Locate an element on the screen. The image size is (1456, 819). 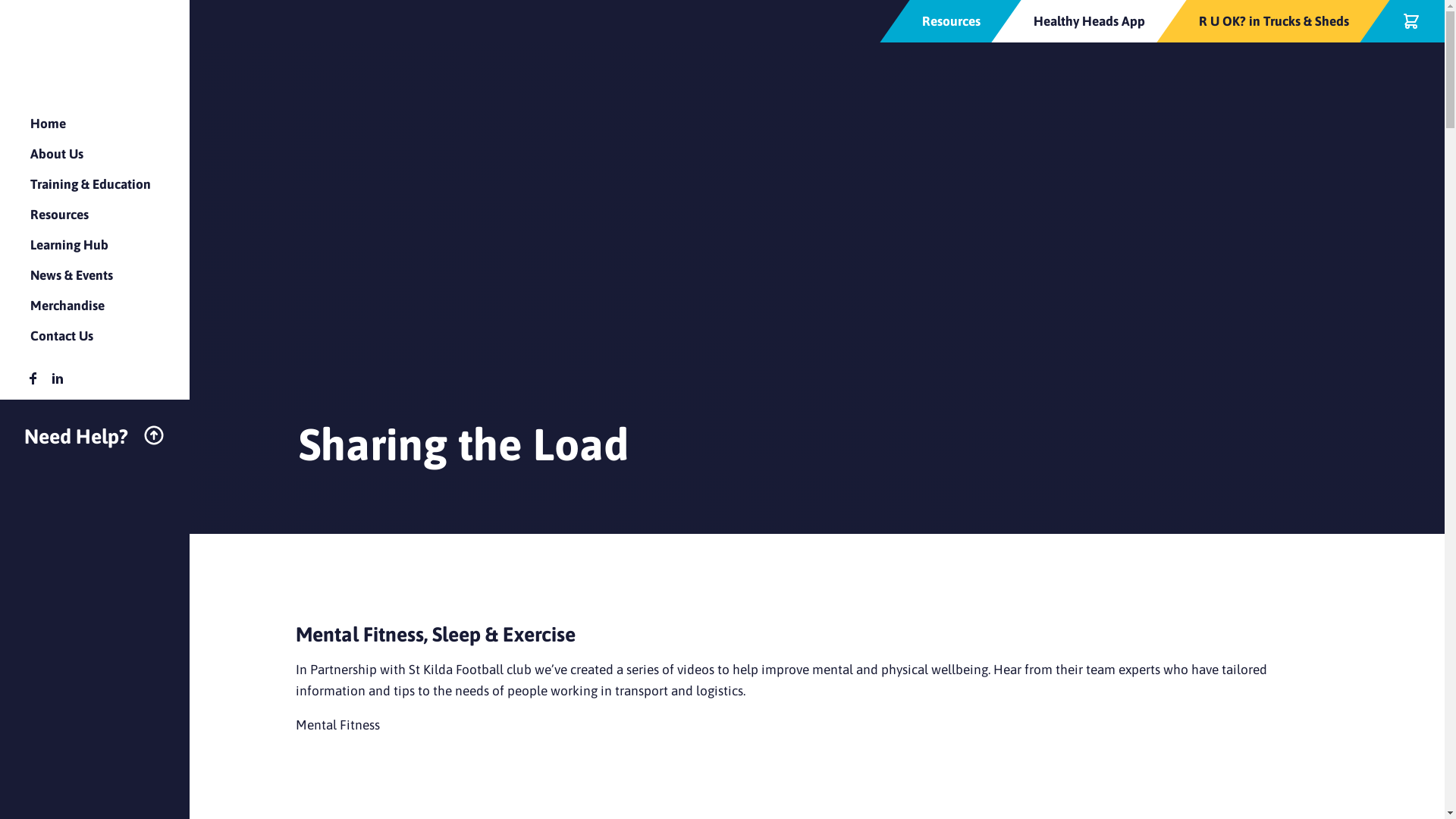
'About Us' is located at coordinates (57, 154).